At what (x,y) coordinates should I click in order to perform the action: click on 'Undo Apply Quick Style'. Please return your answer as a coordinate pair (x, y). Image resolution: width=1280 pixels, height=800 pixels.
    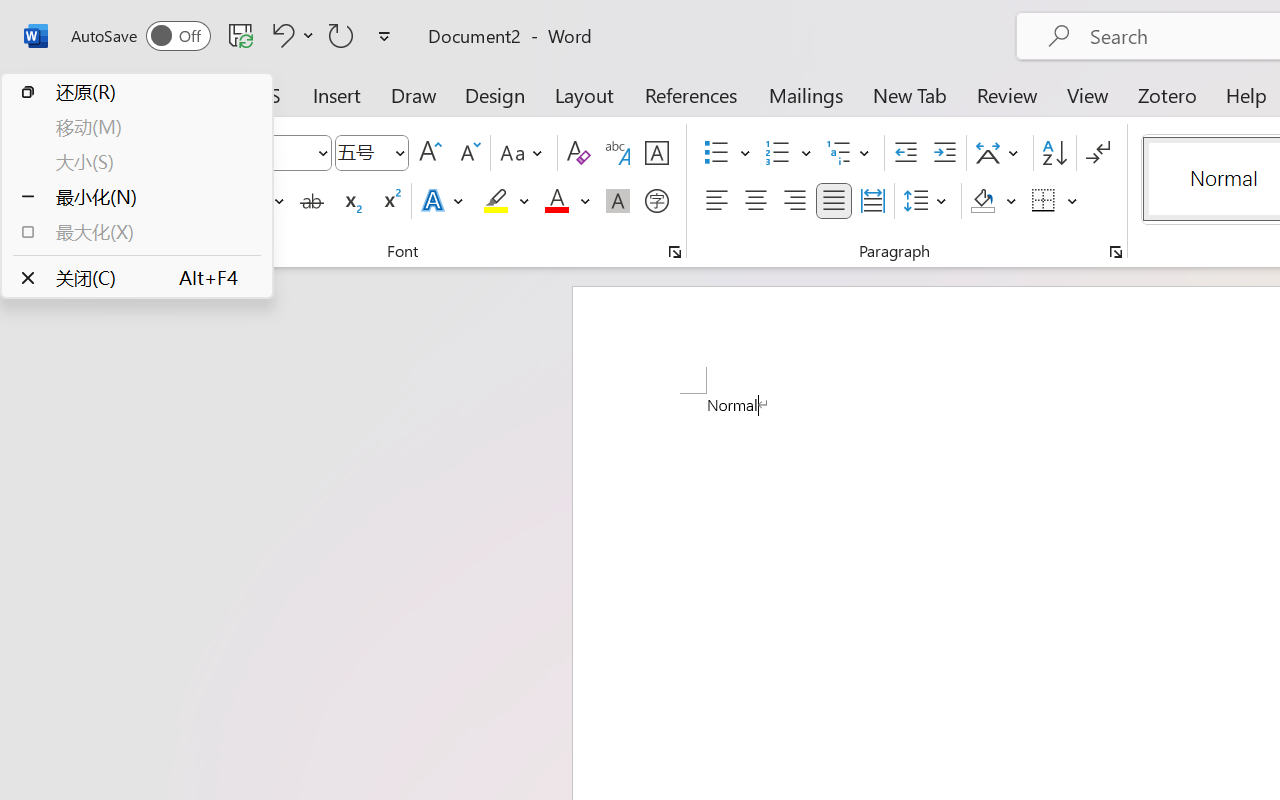
    Looking at the image, I should click on (289, 34).